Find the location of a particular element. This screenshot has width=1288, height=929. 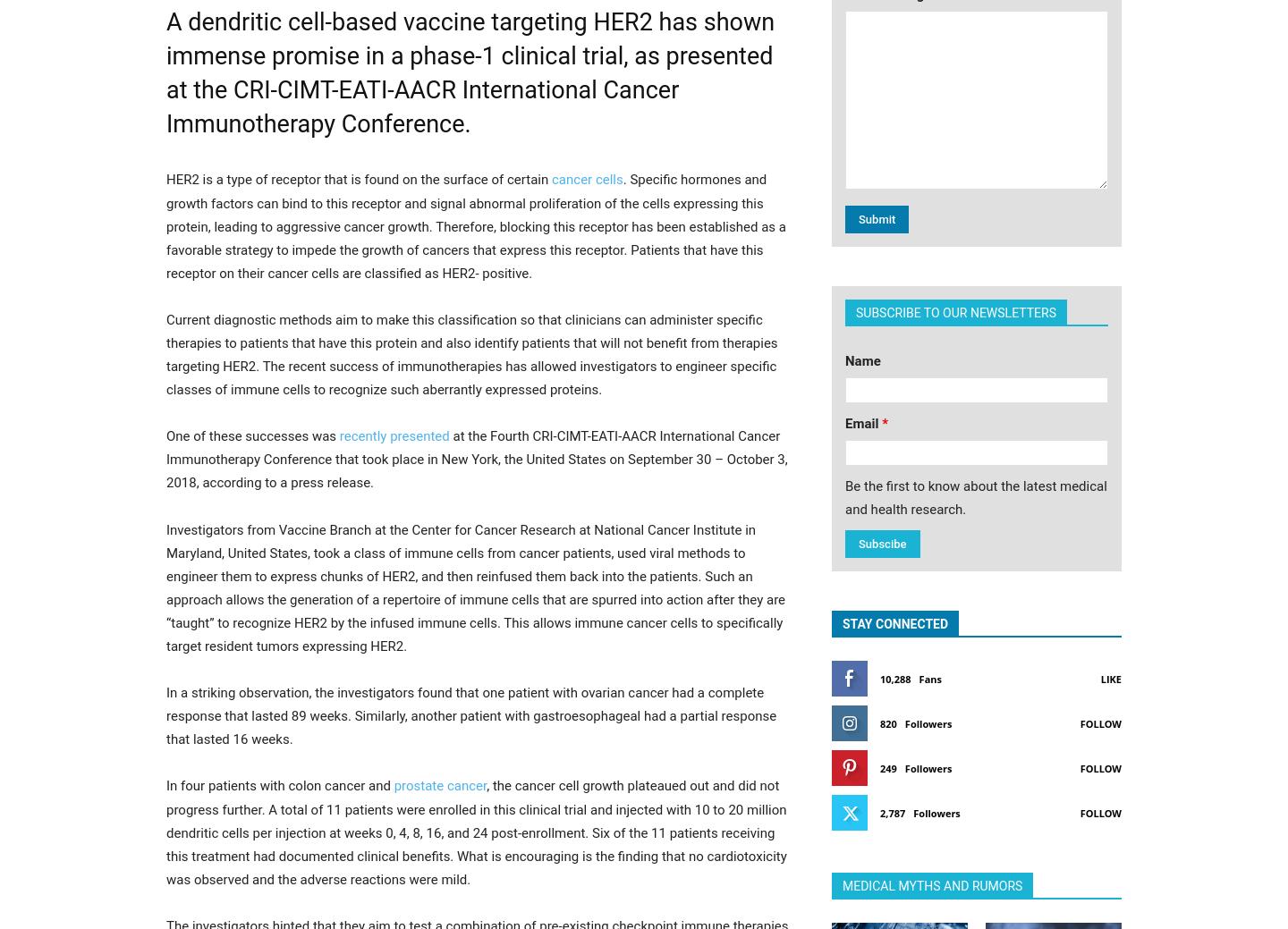

'Email' is located at coordinates (862, 421).